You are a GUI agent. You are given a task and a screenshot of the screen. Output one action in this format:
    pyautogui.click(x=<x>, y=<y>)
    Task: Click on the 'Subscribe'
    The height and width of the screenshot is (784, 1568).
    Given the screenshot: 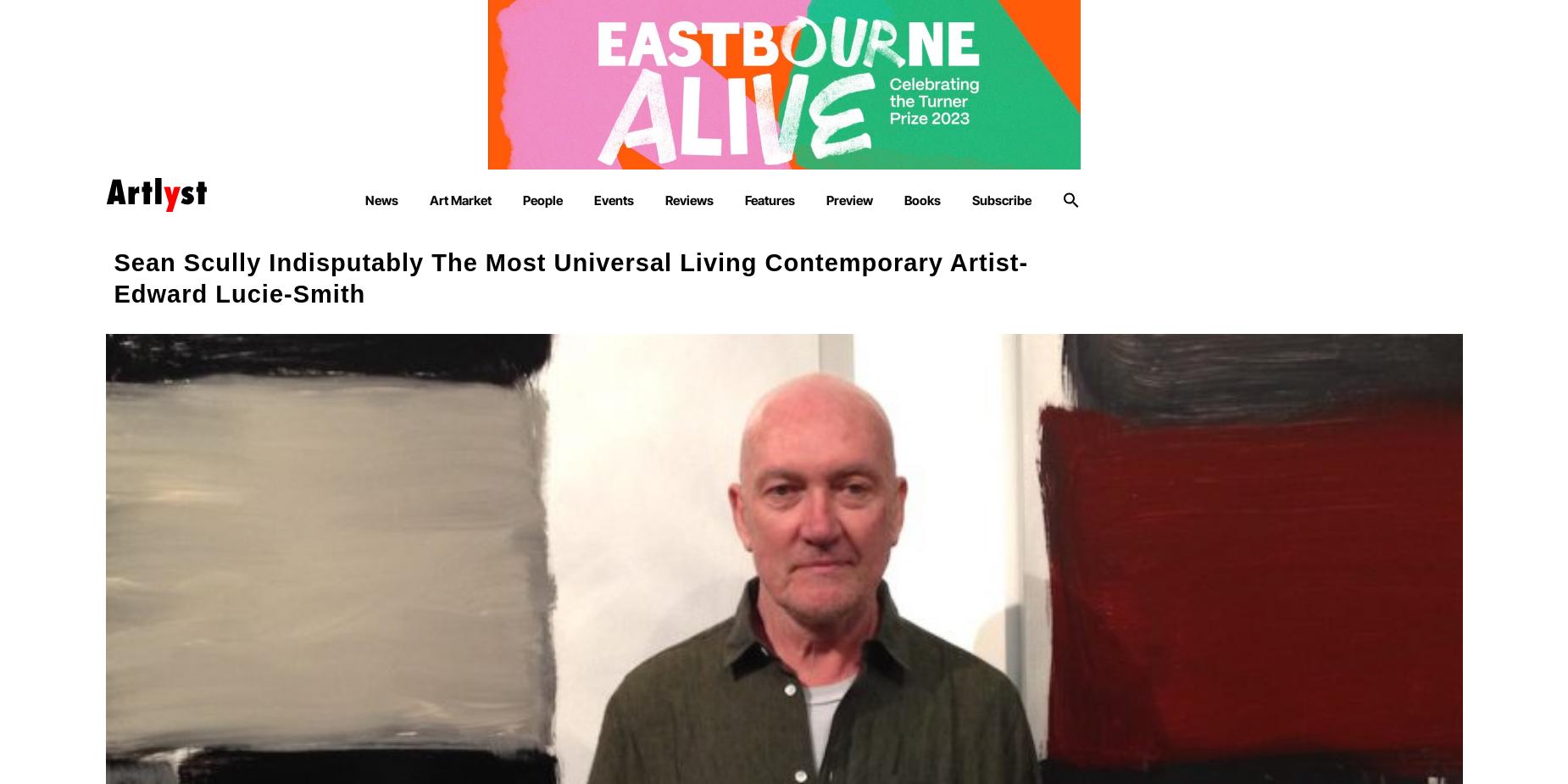 What is the action you would take?
    pyautogui.click(x=970, y=199)
    